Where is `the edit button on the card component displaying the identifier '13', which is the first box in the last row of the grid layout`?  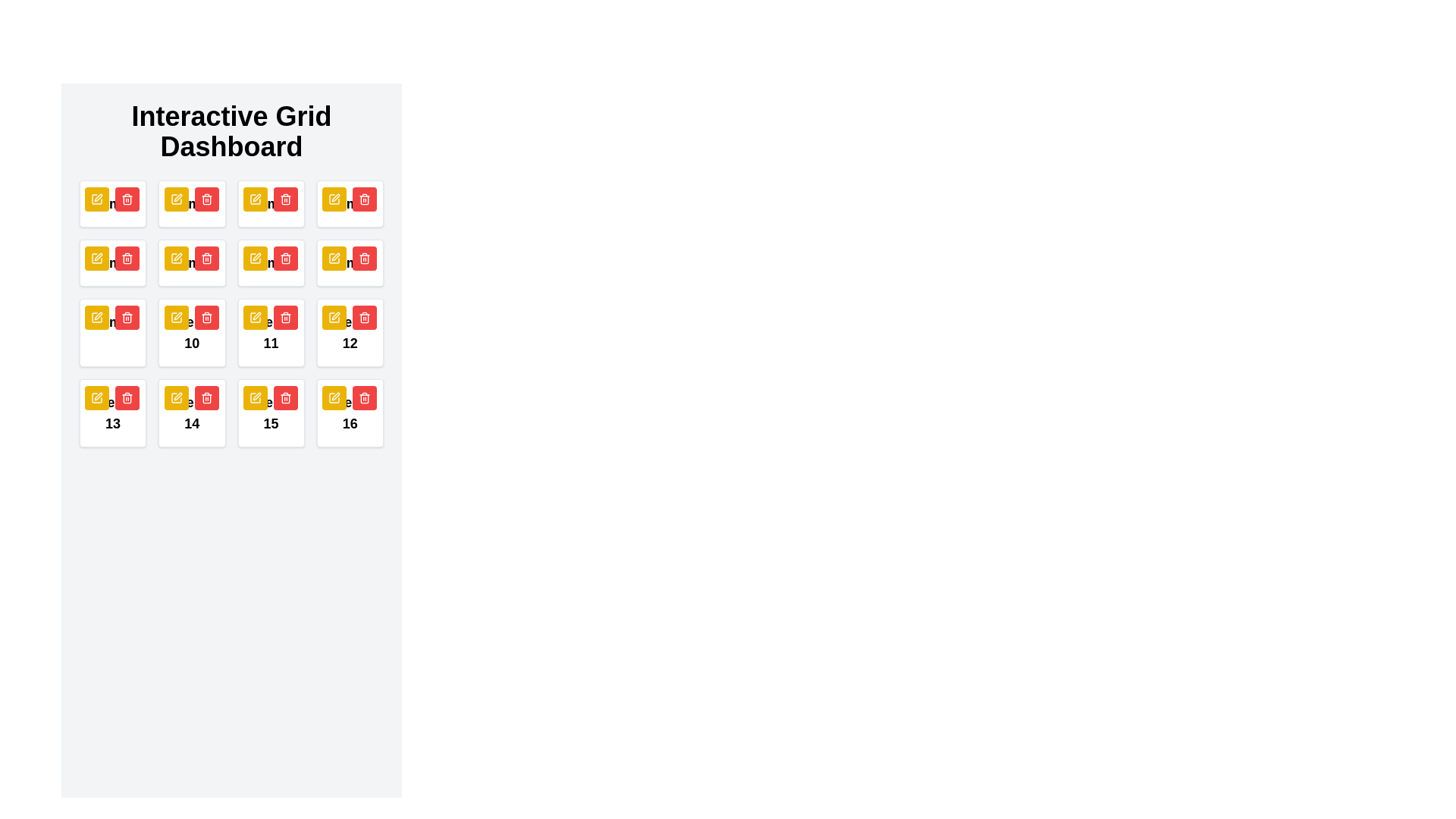
the edit button on the card component displaying the identifier '13', which is the first box in the last row of the grid layout is located at coordinates (112, 413).